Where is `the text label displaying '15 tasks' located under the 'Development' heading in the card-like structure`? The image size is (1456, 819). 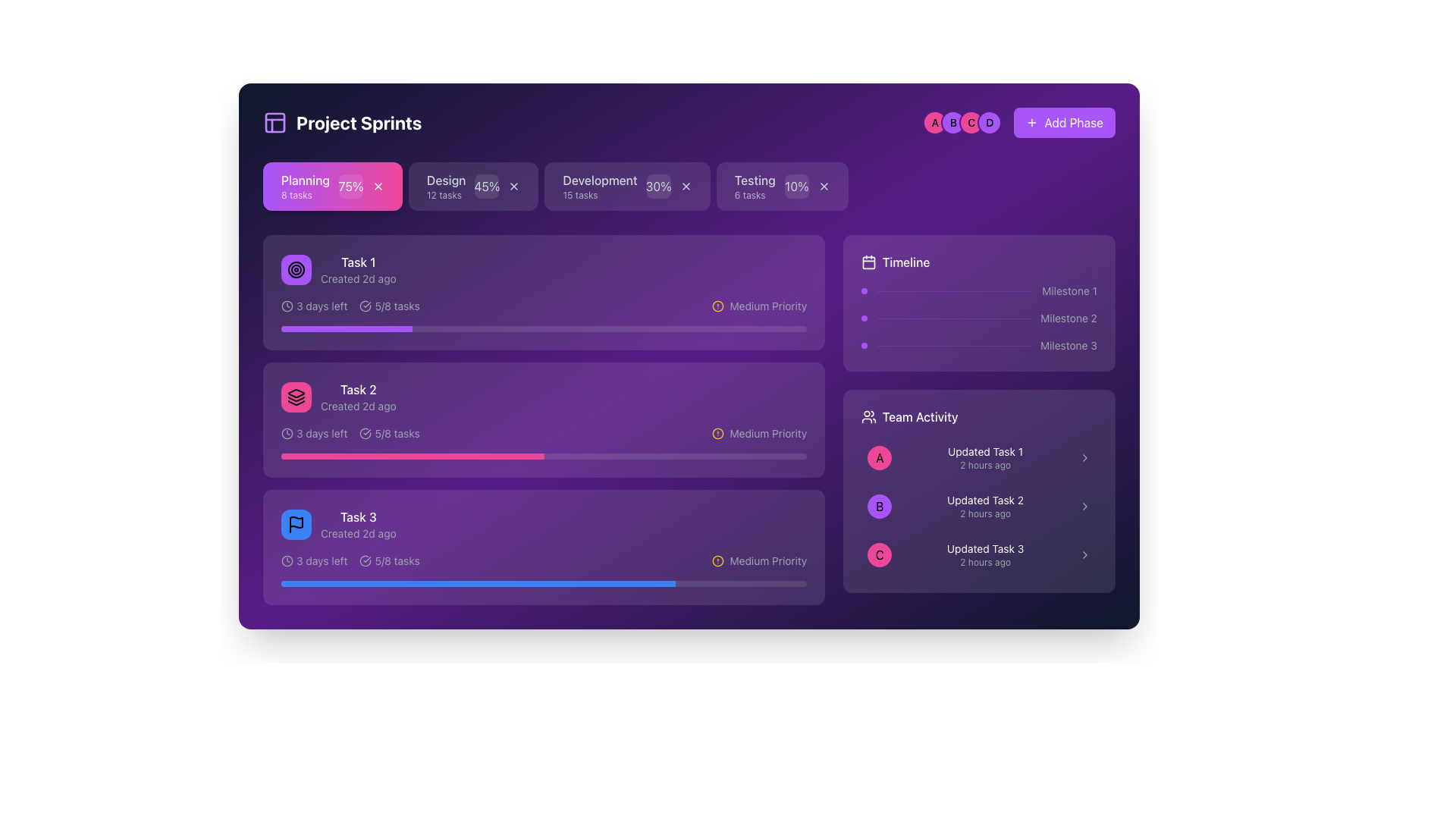 the text label displaying '15 tasks' located under the 'Development' heading in the card-like structure is located at coordinates (579, 195).